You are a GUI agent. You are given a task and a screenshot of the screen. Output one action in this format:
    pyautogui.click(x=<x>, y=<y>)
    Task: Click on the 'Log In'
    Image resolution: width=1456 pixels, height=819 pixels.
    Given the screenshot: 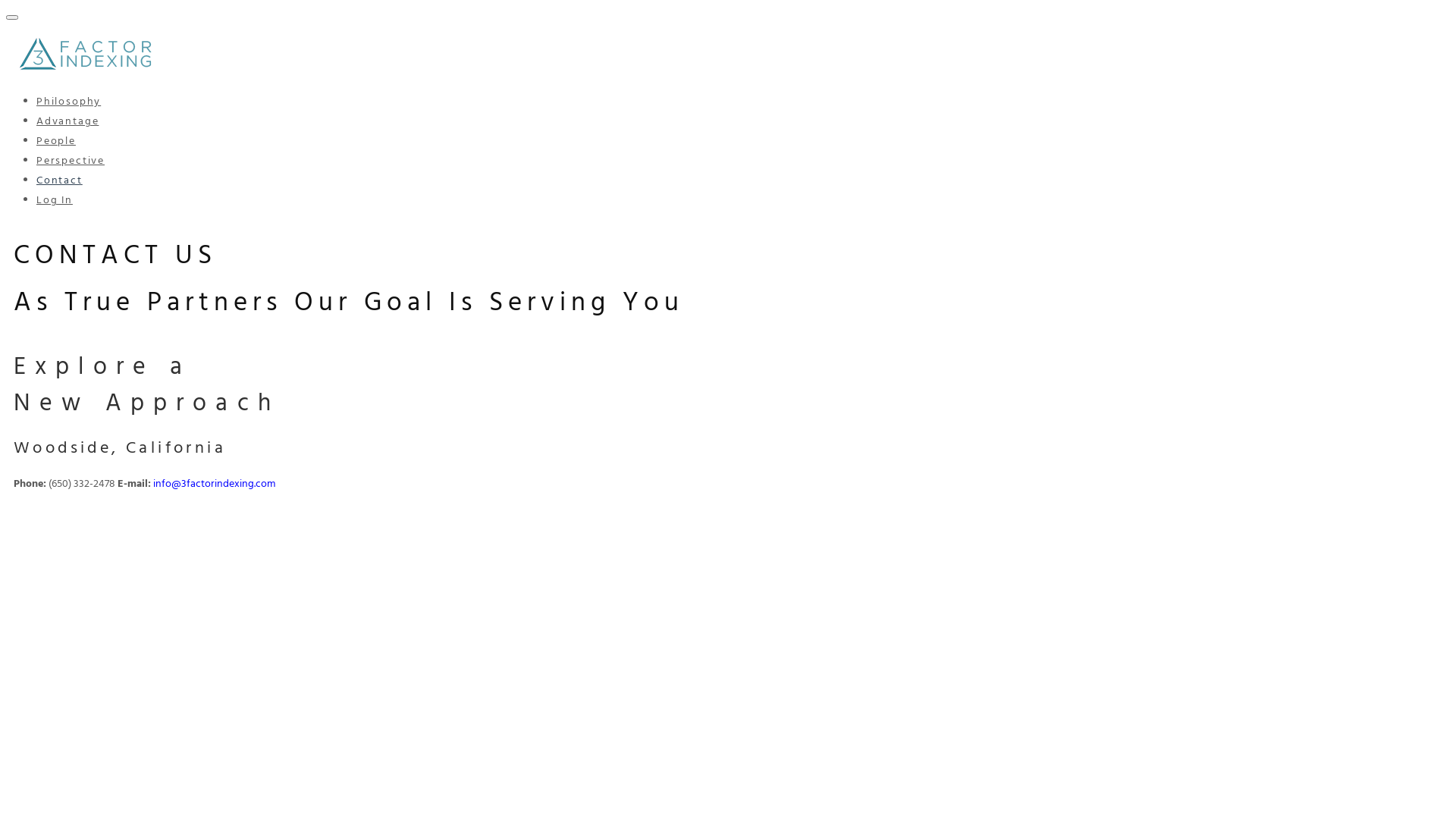 What is the action you would take?
    pyautogui.click(x=55, y=199)
    